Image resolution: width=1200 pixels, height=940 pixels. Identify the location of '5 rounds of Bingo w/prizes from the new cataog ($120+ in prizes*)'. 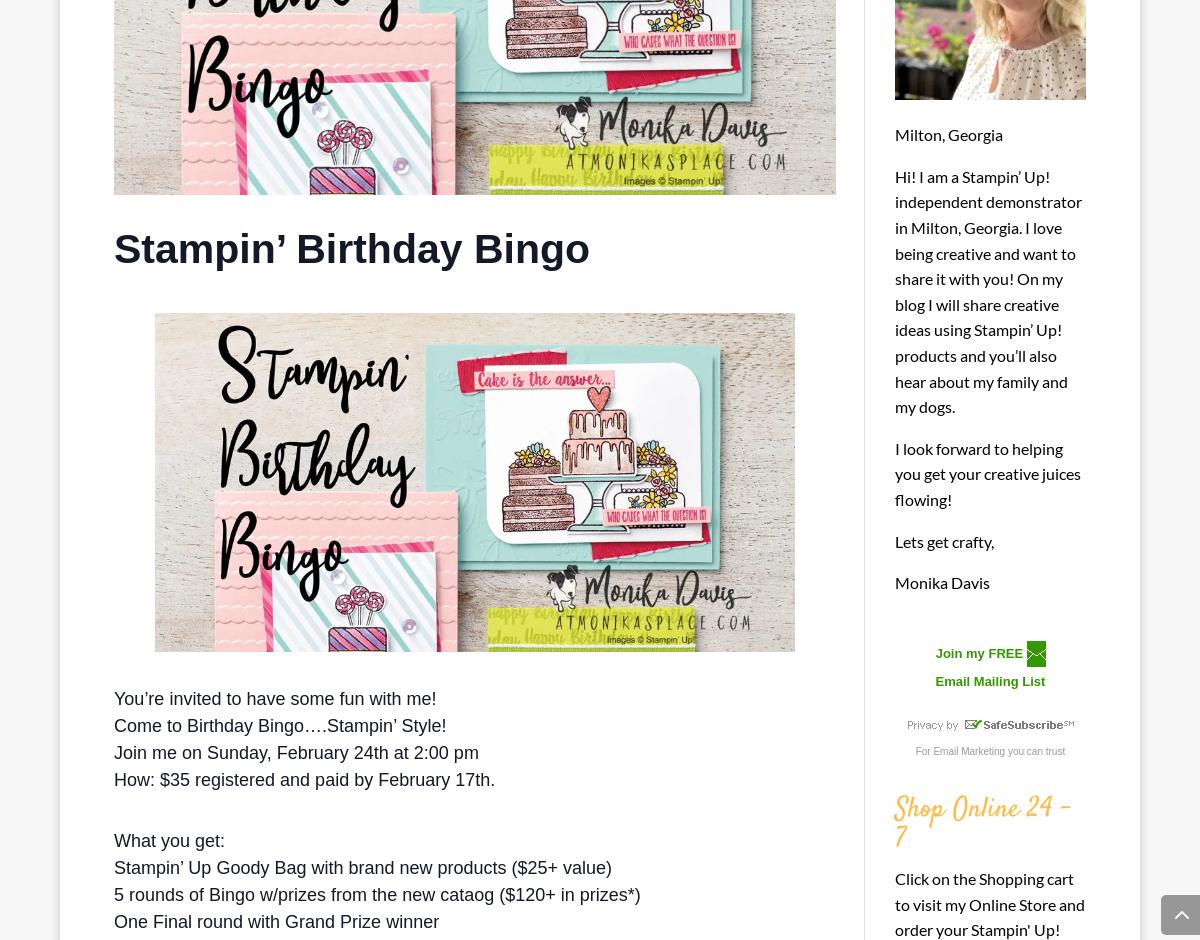
(114, 894).